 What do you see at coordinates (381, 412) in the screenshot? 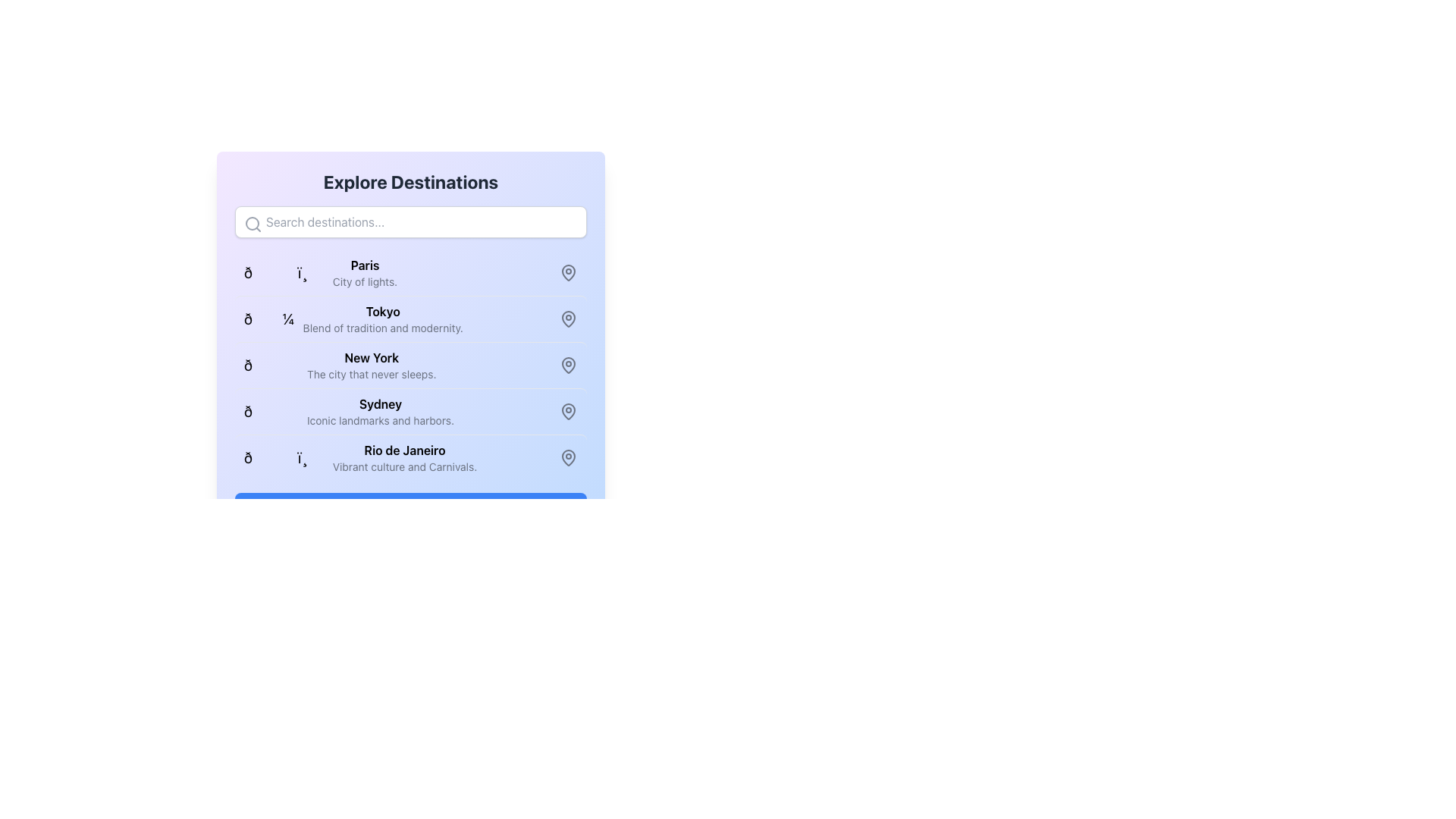
I see `the text element displaying 'Sydney' which provides additional details about the city` at bounding box center [381, 412].